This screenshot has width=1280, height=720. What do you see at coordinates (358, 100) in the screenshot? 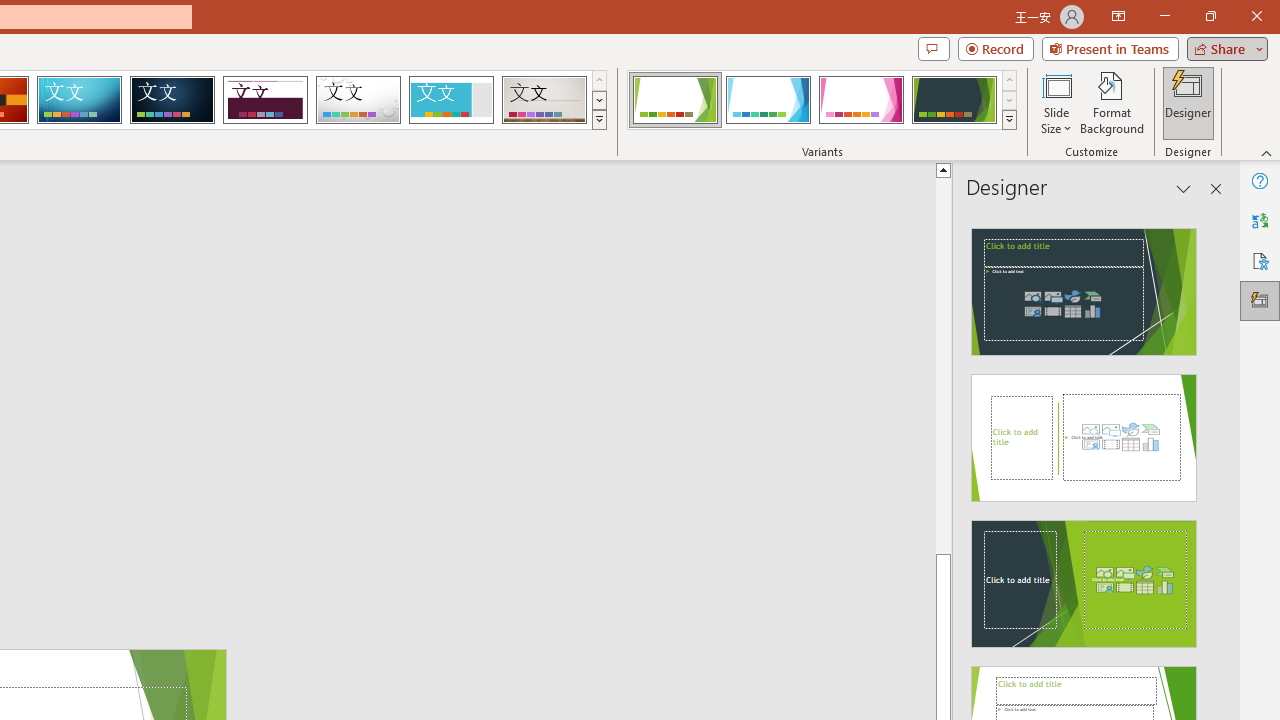
I see `'Droplet'` at bounding box center [358, 100].